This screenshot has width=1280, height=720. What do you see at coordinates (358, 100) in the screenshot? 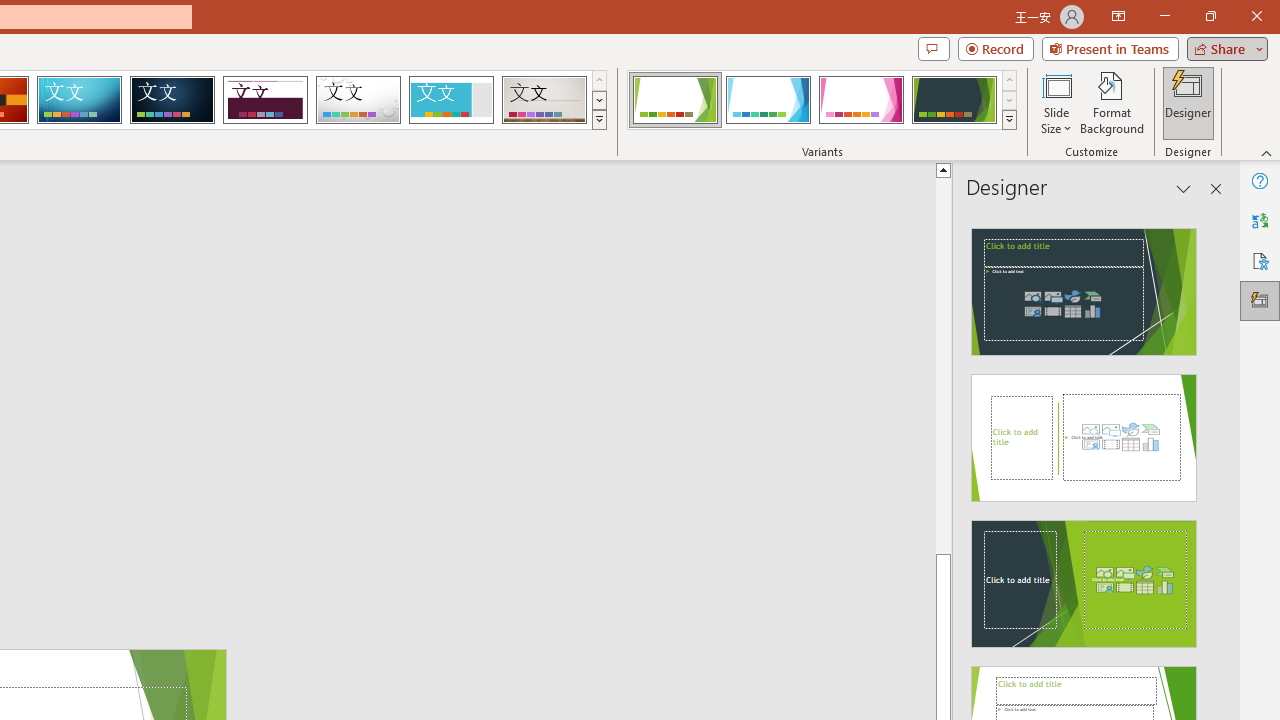
I see `'Droplet'` at bounding box center [358, 100].